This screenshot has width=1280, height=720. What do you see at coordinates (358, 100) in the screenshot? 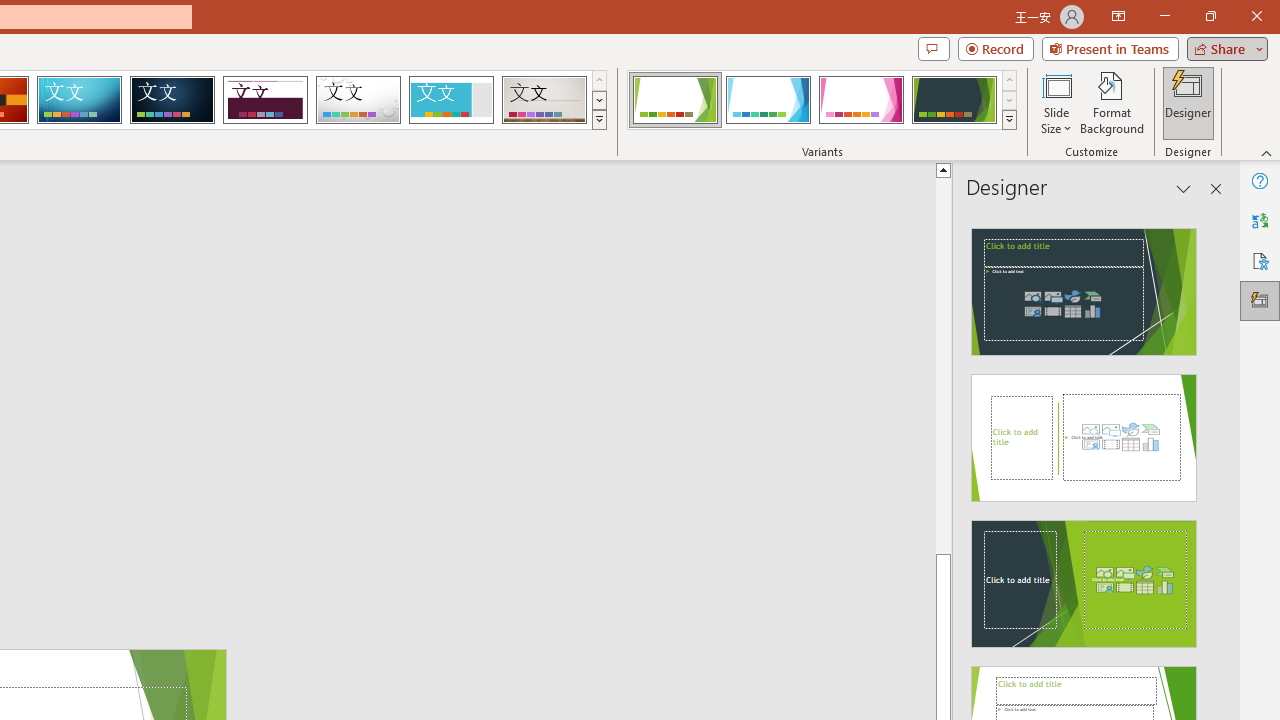
I see `'Droplet'` at bounding box center [358, 100].